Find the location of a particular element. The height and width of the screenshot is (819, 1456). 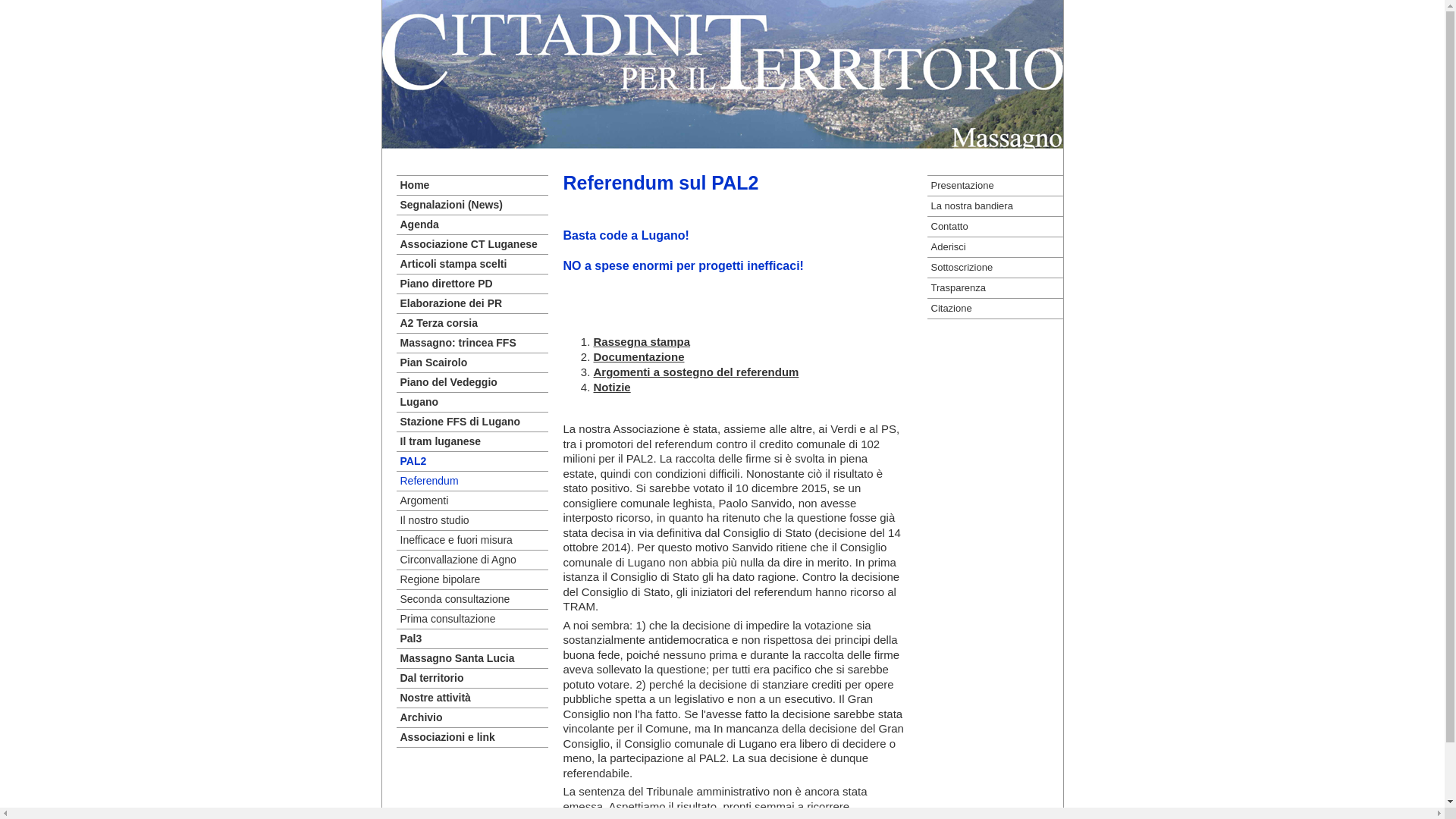

'Pal3' is located at coordinates (396, 639).